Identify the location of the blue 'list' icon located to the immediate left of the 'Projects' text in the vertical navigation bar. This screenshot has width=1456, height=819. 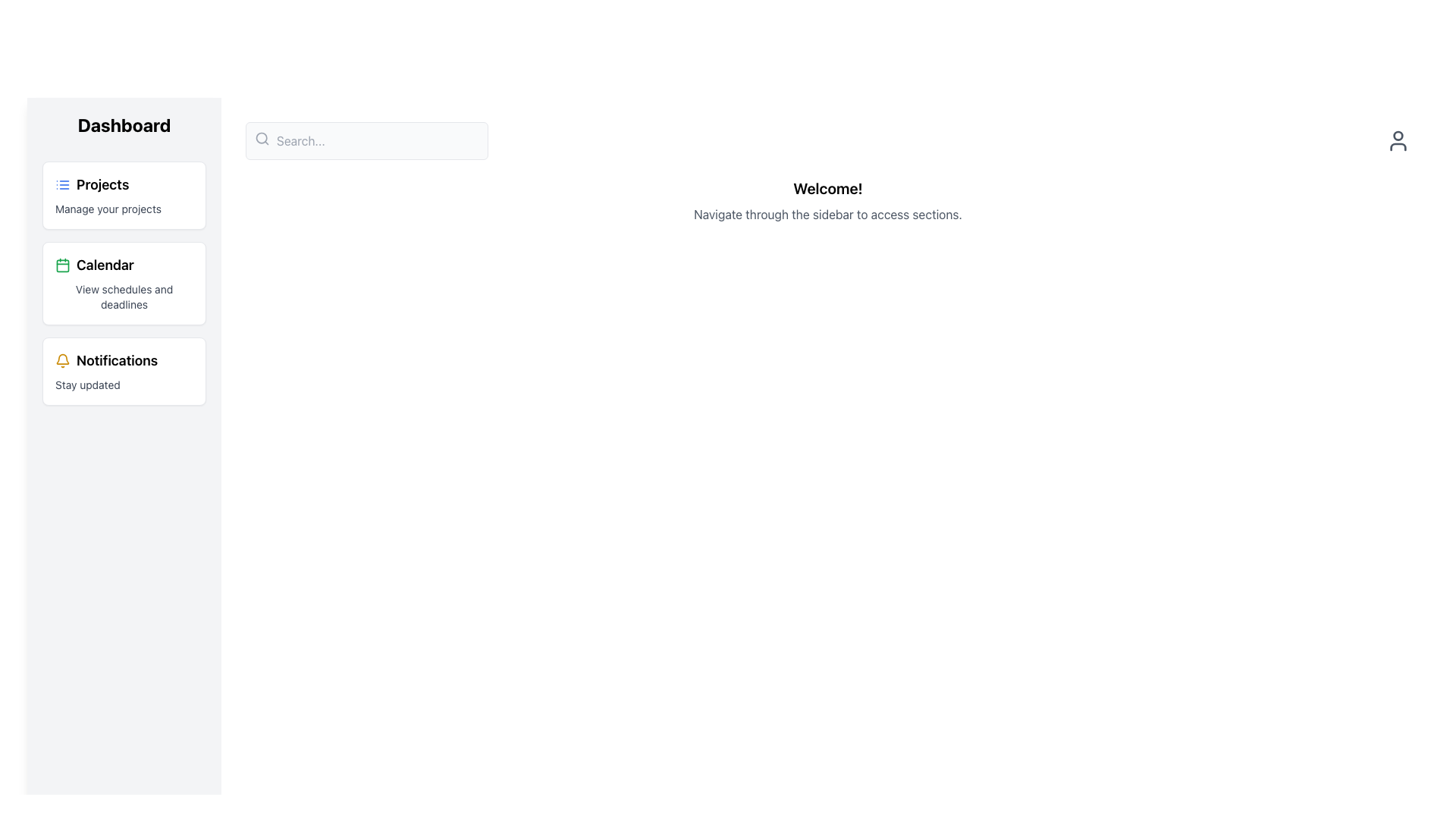
(61, 184).